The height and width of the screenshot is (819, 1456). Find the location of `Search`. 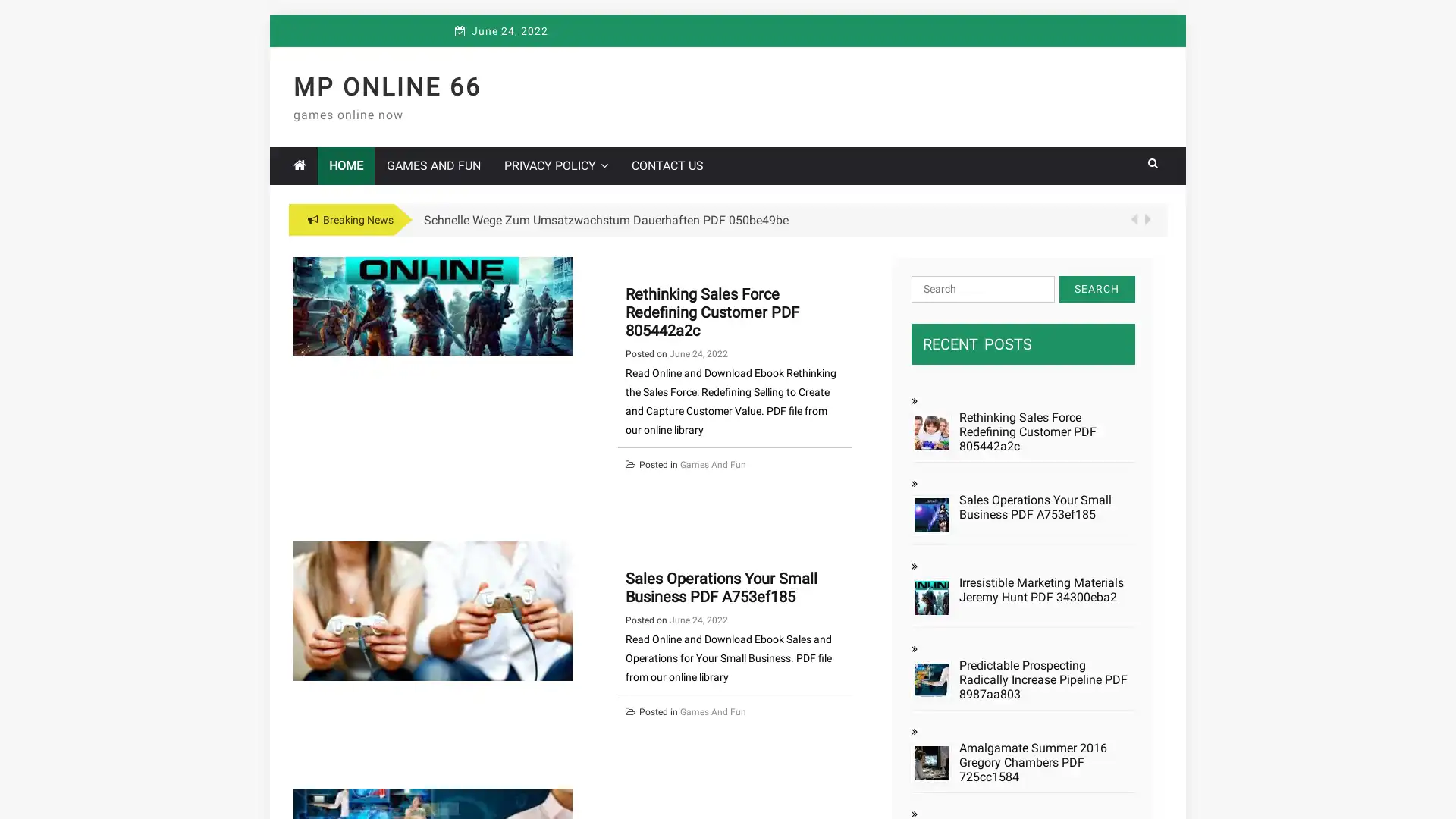

Search is located at coordinates (1096, 288).